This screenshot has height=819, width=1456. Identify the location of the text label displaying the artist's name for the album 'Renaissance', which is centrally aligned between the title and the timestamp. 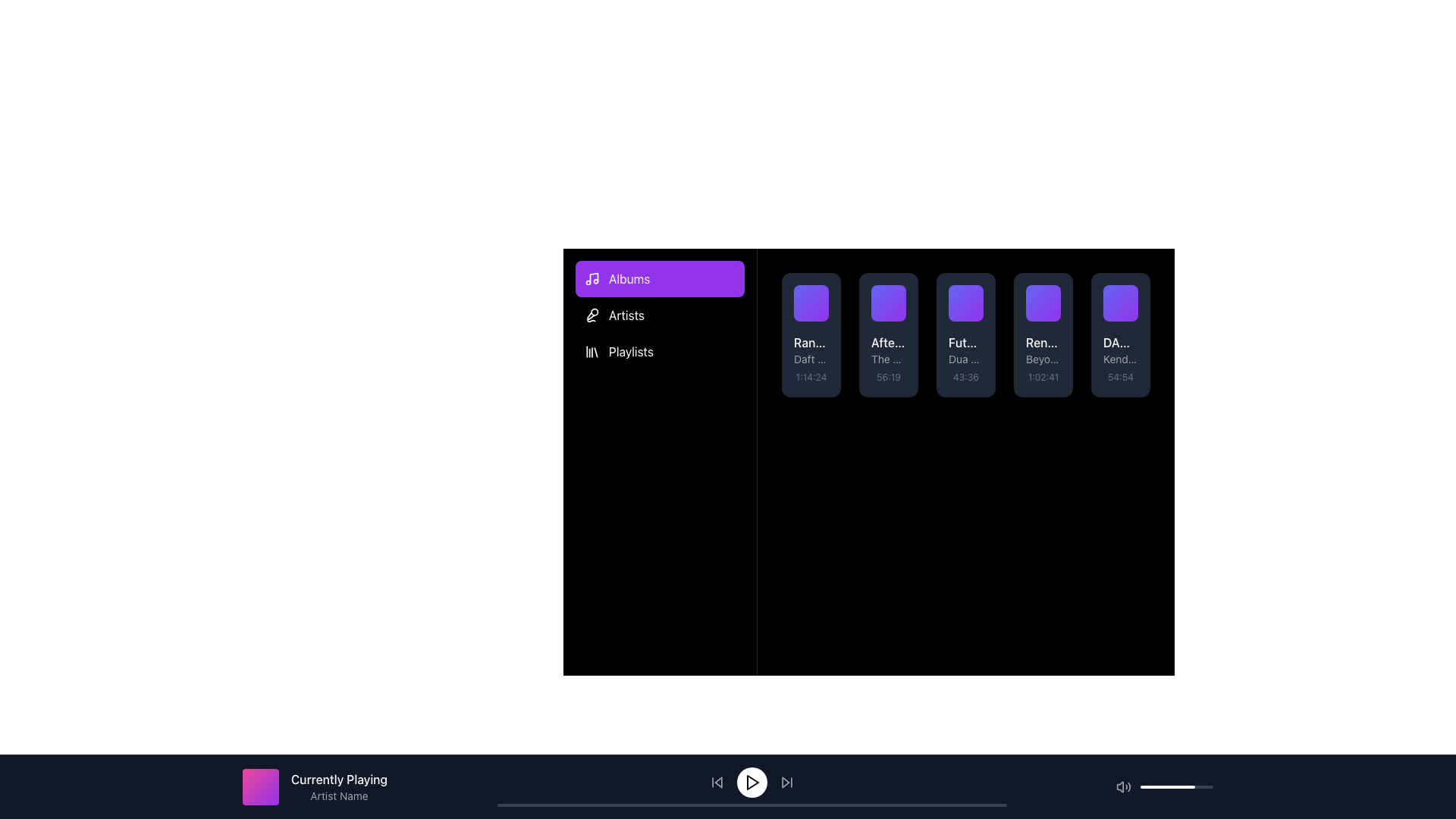
(1043, 359).